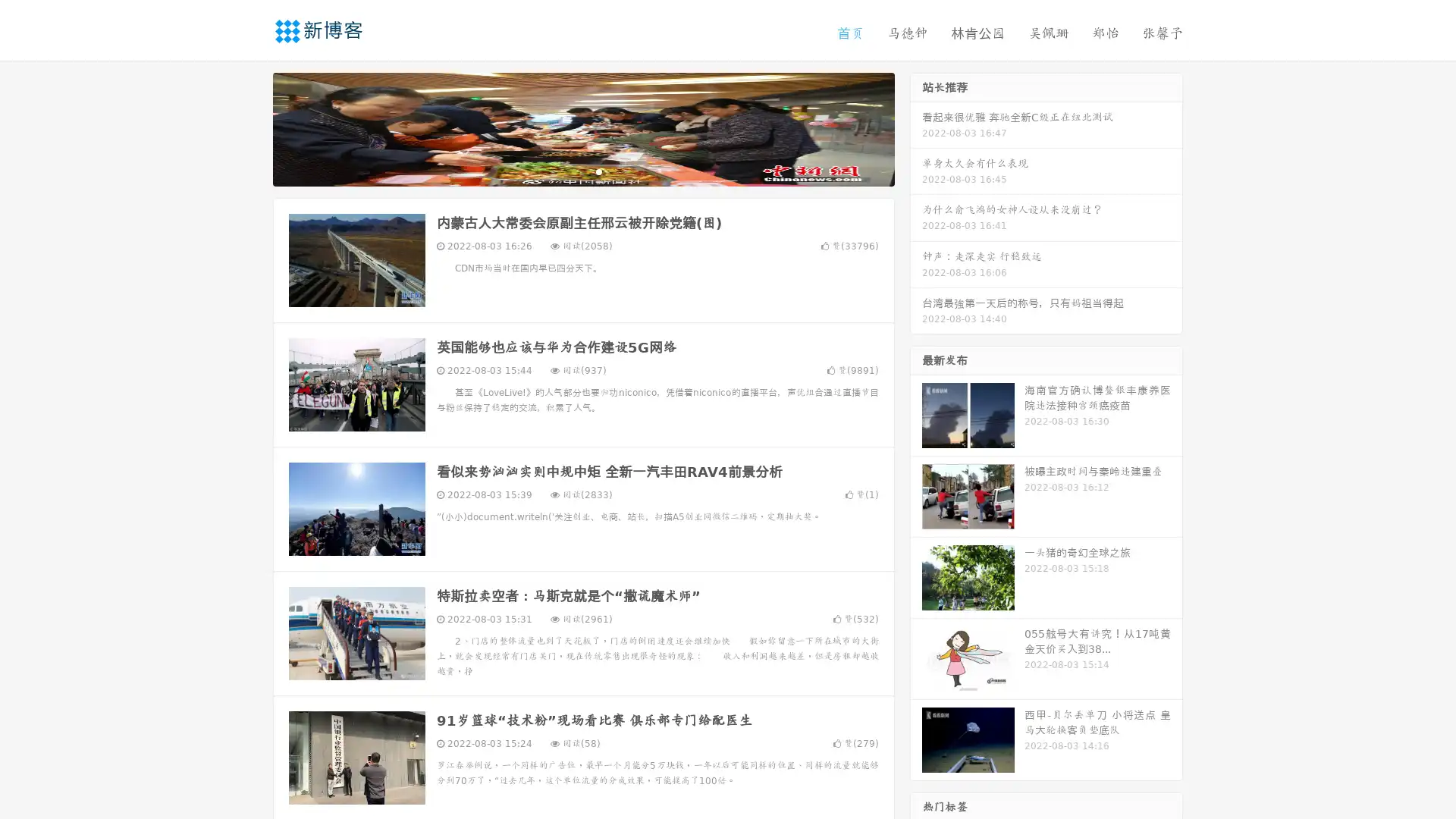 Image resolution: width=1456 pixels, height=819 pixels. Describe the element at coordinates (567, 171) in the screenshot. I see `Go to slide 1` at that location.